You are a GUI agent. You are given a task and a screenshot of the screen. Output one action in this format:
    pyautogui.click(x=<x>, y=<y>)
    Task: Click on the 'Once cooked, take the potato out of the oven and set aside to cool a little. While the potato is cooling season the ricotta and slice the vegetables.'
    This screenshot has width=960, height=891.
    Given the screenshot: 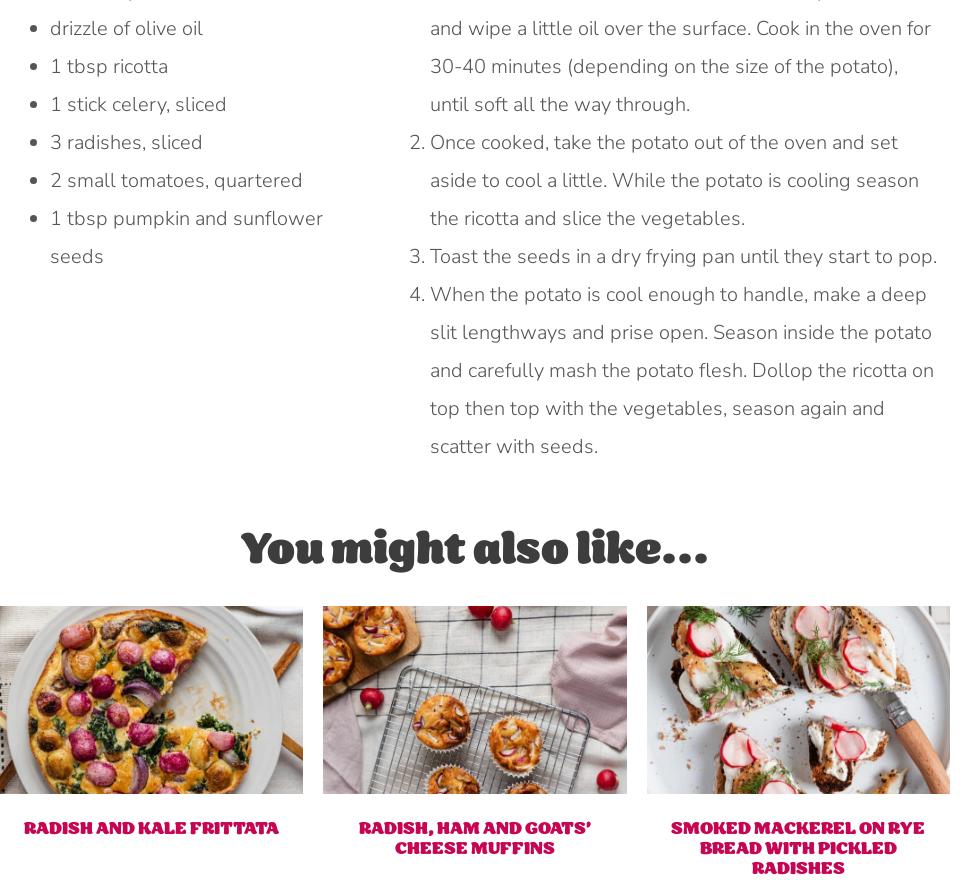 What is the action you would take?
    pyautogui.click(x=673, y=179)
    